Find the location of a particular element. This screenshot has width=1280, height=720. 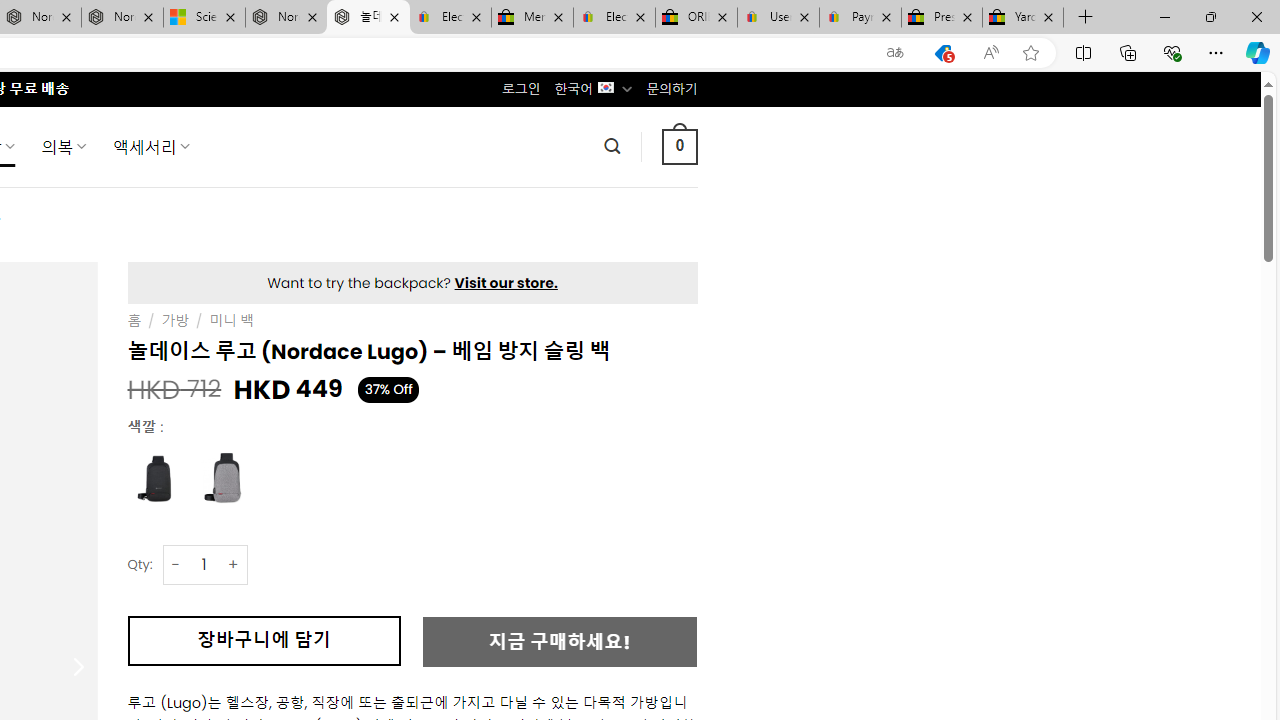

'Payments Terms of Use | eBay.com' is located at coordinates (860, 17).